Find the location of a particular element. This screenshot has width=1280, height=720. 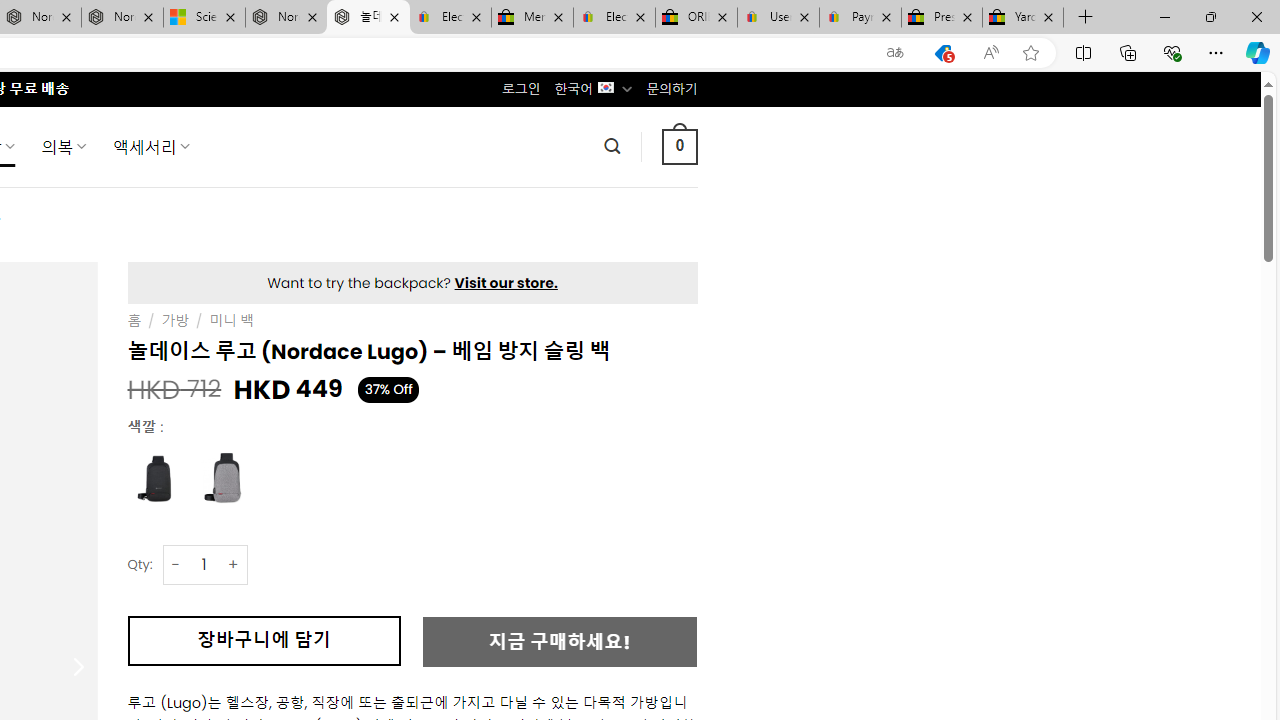

'Payments Terms of Use | eBay.com' is located at coordinates (860, 17).